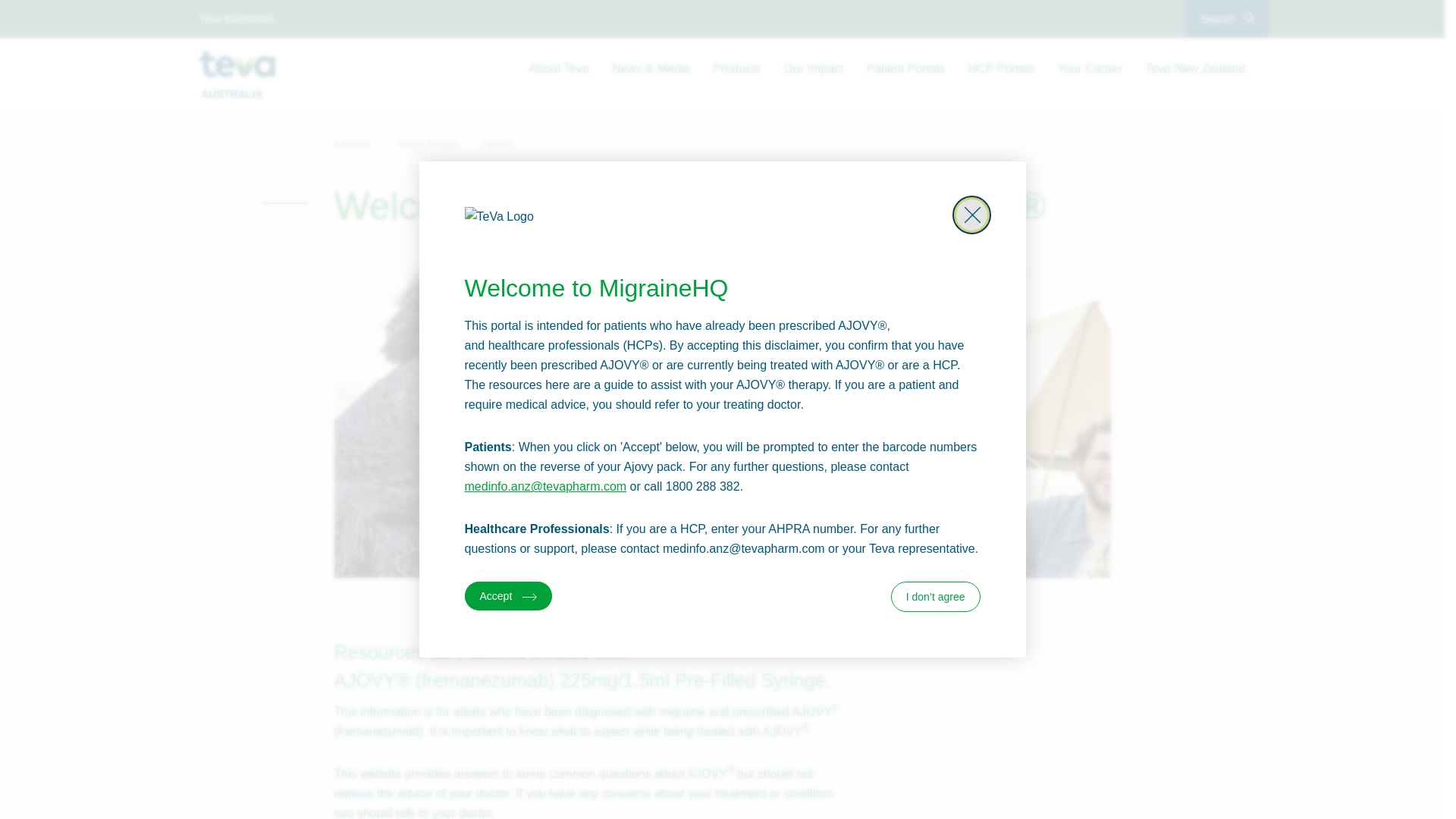 This screenshot has width=1456, height=819. What do you see at coordinates (236, 63) in the screenshot?
I see `'Teva Australia'` at bounding box center [236, 63].